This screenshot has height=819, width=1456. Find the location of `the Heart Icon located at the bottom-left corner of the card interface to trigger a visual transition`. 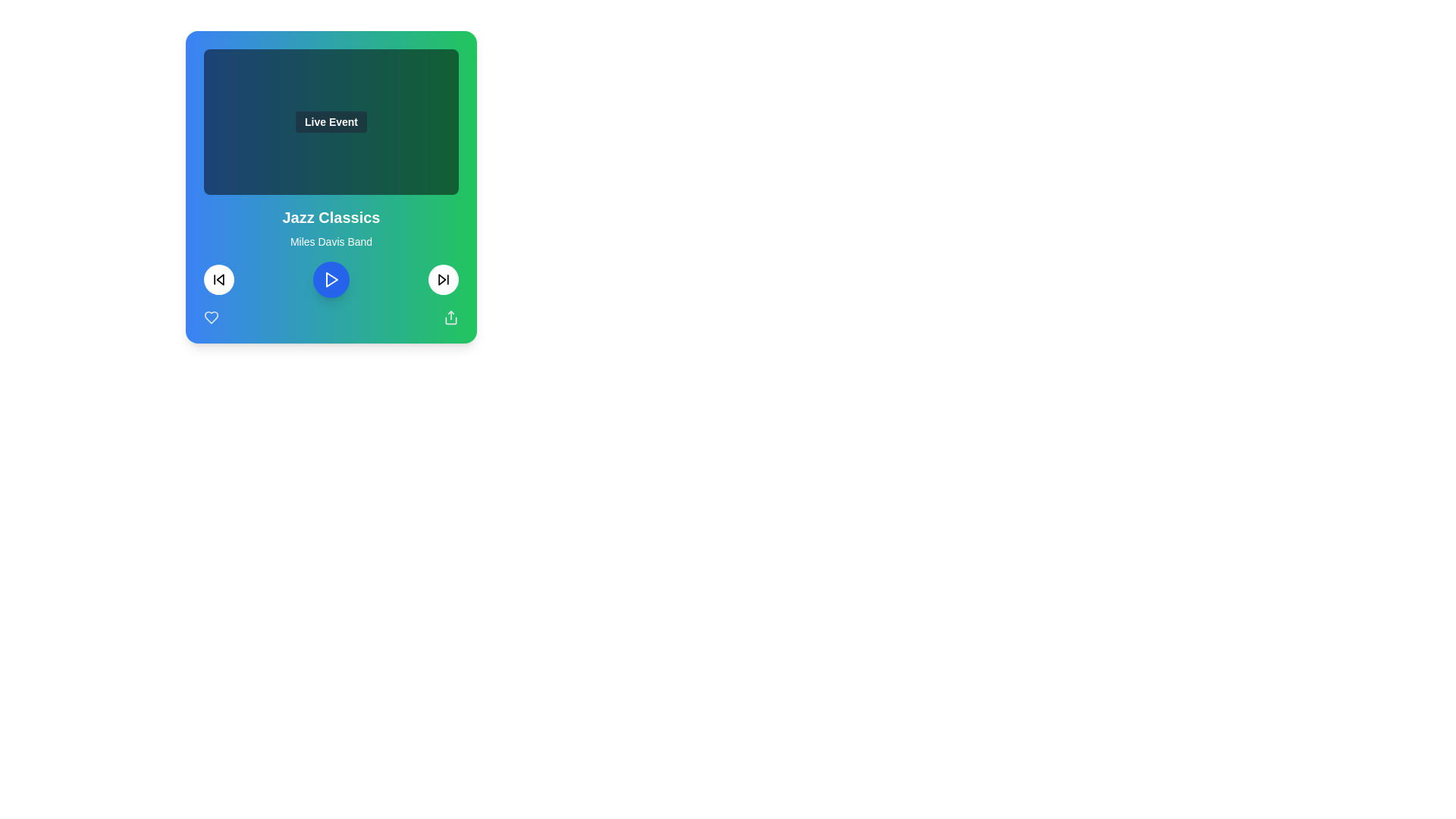

the Heart Icon located at the bottom-left corner of the card interface to trigger a visual transition is located at coordinates (210, 317).